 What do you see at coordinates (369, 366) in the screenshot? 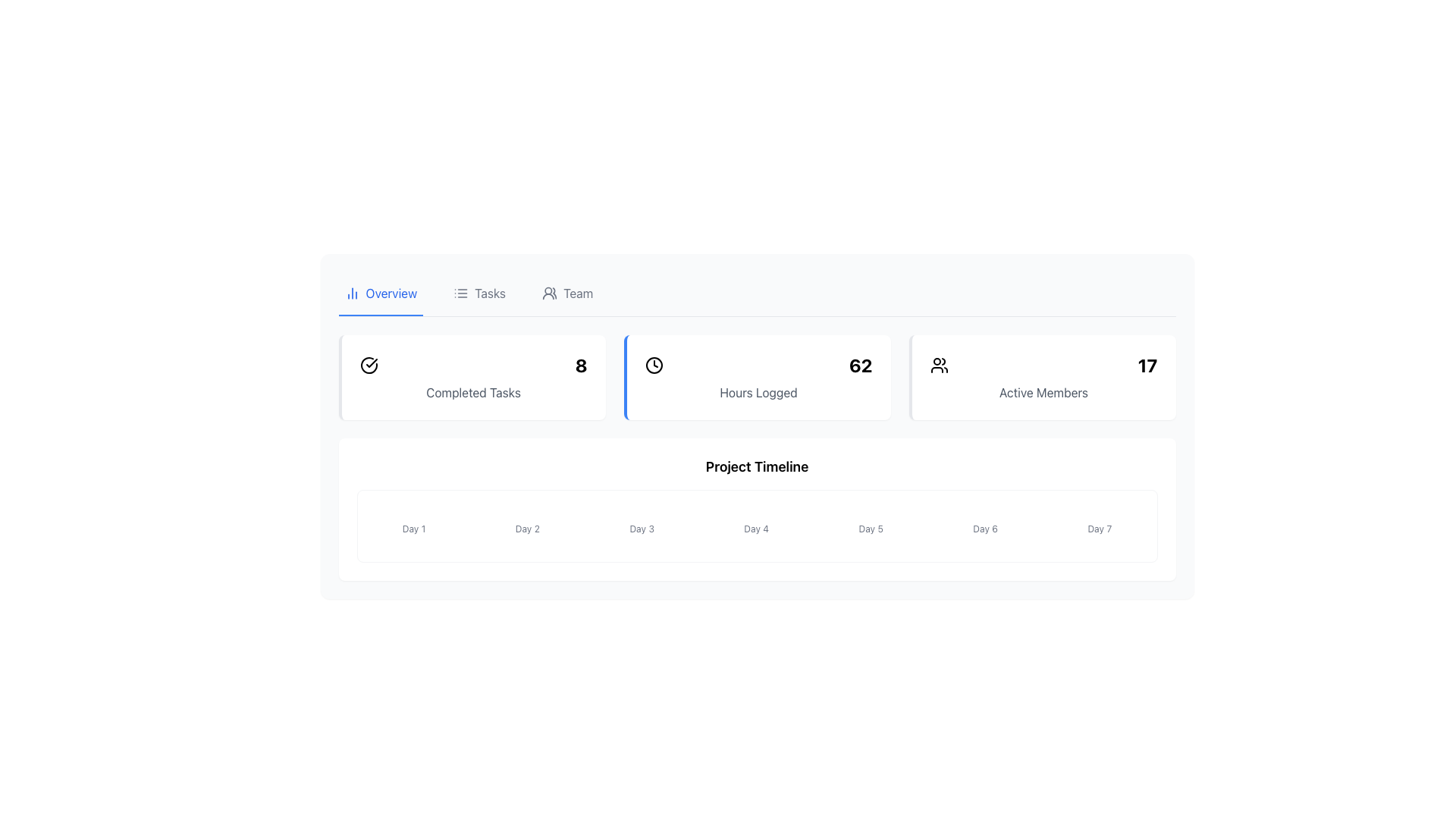
I see `the green checkmark icon encased in a circle located to the left of the number '8' in the 'Completed Tasks' section` at bounding box center [369, 366].